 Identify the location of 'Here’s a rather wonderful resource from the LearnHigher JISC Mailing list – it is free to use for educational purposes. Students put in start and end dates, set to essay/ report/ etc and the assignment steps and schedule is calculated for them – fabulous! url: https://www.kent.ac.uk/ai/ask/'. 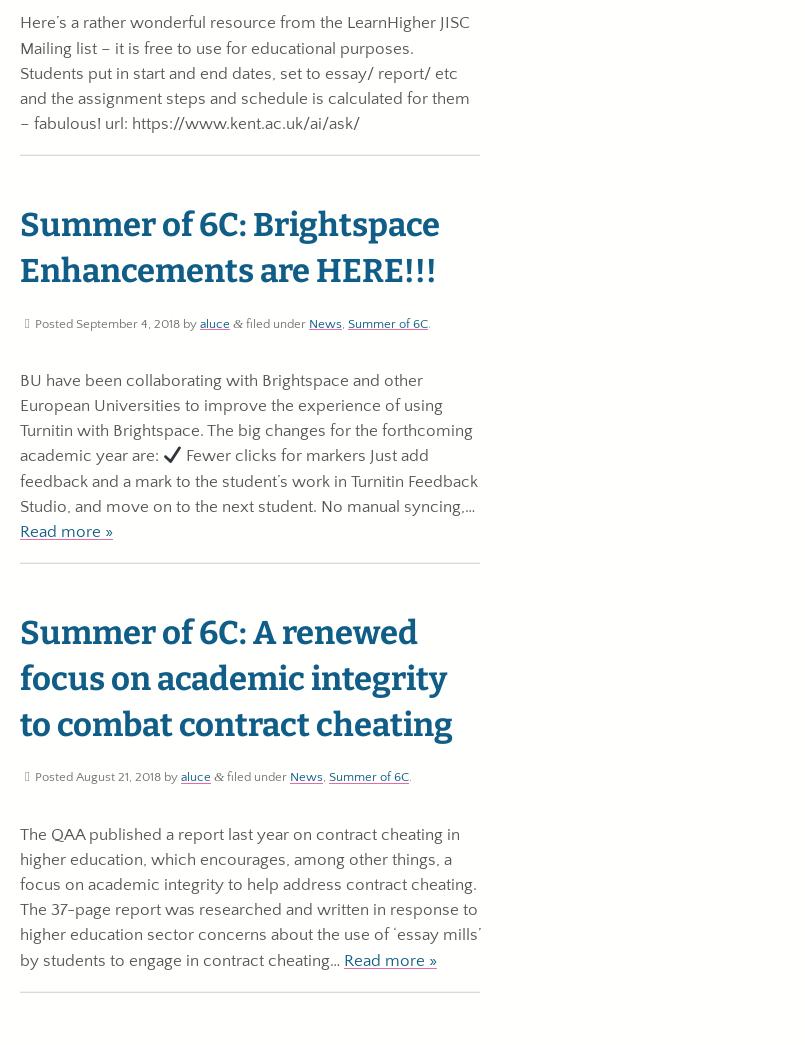
(19, 73).